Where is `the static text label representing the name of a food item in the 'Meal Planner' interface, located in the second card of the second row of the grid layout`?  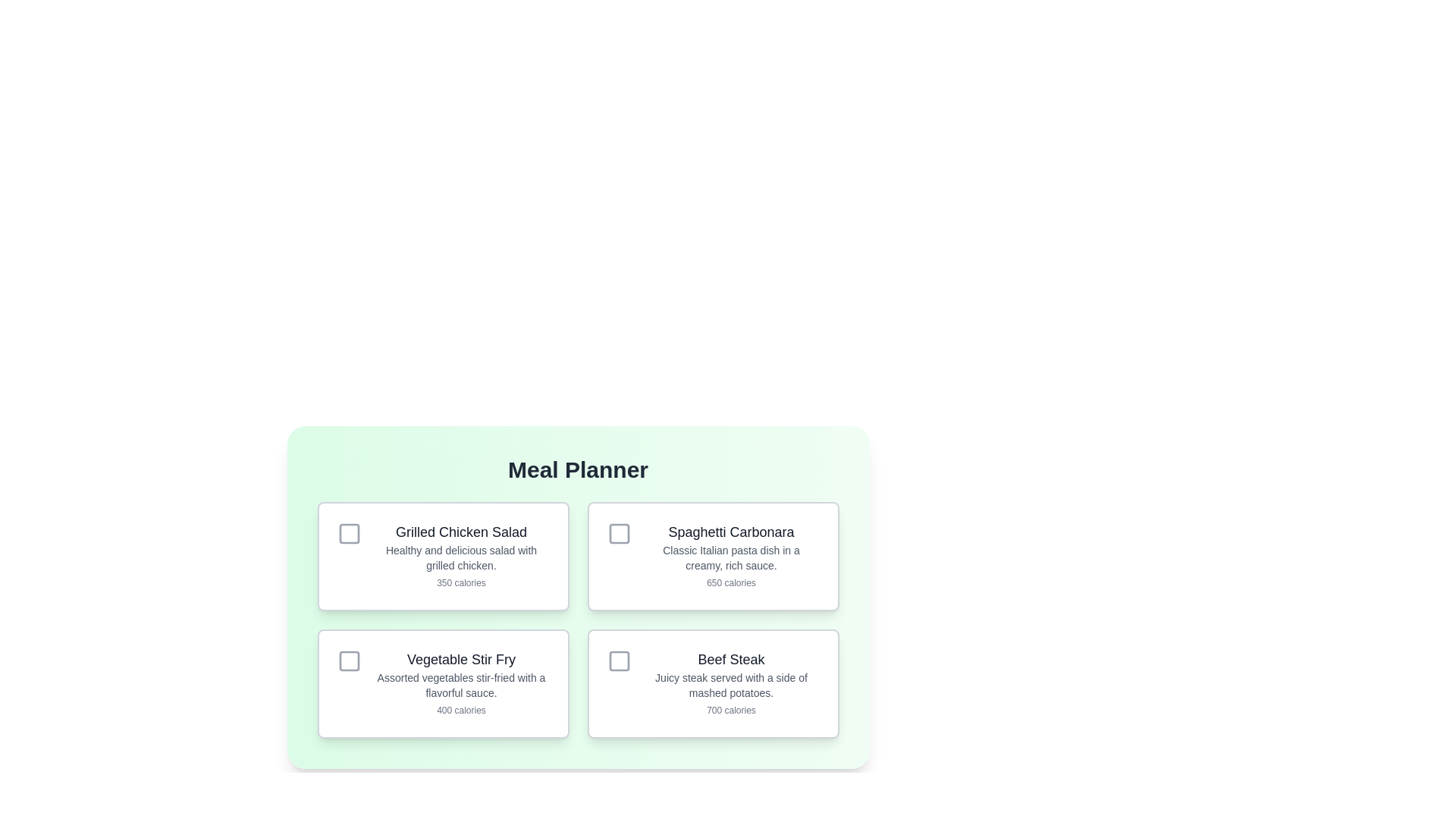 the static text label representing the name of a food item in the 'Meal Planner' interface, located in the second card of the second row of the grid layout is located at coordinates (460, 659).